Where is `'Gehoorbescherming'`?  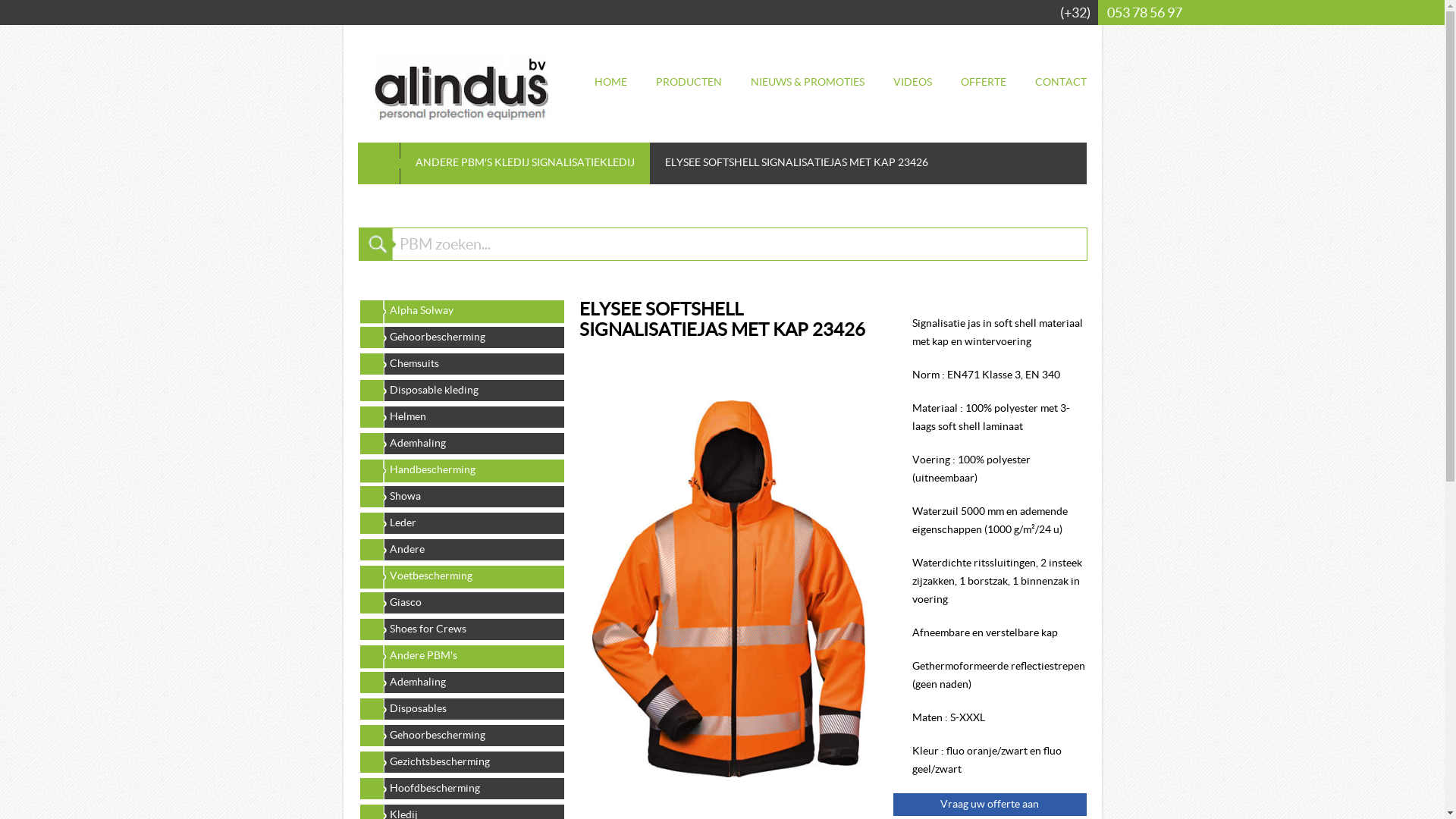
'Gehoorbescherming' is located at coordinates (460, 733).